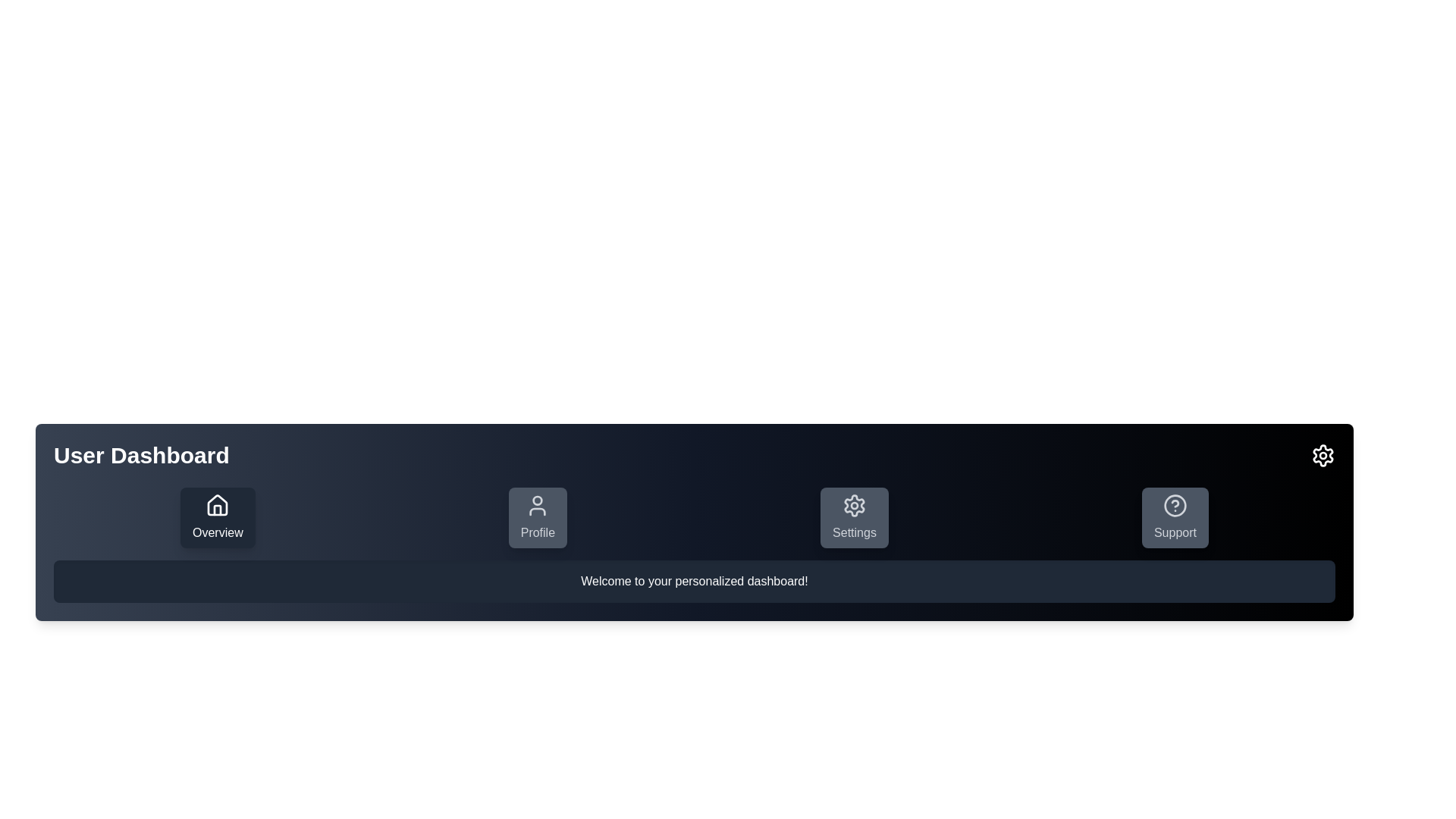  What do you see at coordinates (217, 505) in the screenshot?
I see `the 'Overview' button, which is the first item in the horizontal row of navigation icons` at bounding box center [217, 505].